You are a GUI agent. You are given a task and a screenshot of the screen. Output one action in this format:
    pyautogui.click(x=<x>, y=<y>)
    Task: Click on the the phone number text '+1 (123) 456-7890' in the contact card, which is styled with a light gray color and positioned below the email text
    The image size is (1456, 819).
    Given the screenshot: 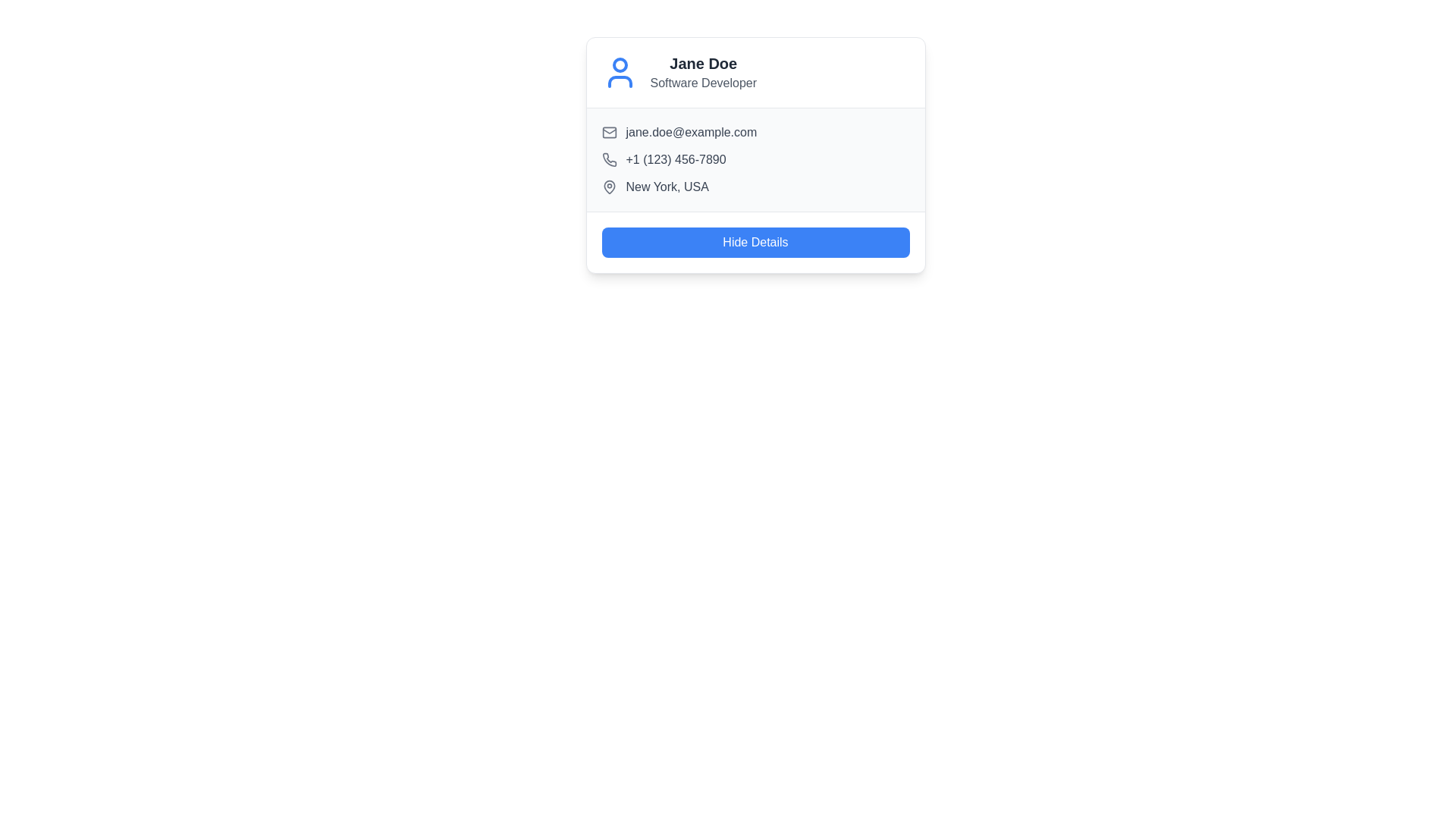 What is the action you would take?
    pyautogui.click(x=675, y=160)
    